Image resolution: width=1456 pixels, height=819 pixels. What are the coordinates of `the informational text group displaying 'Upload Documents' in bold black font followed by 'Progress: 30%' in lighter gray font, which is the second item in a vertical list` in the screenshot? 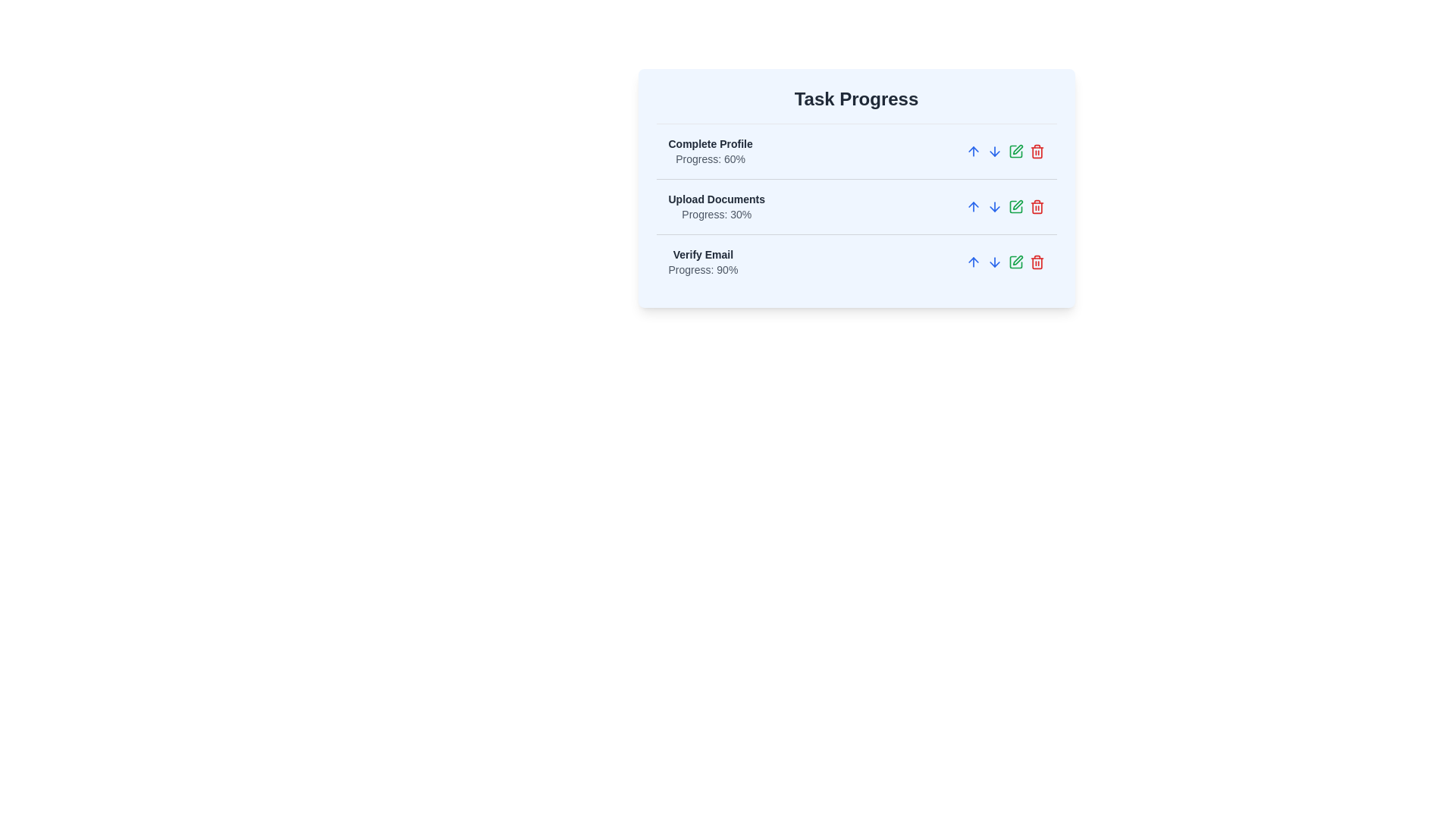 It's located at (716, 207).